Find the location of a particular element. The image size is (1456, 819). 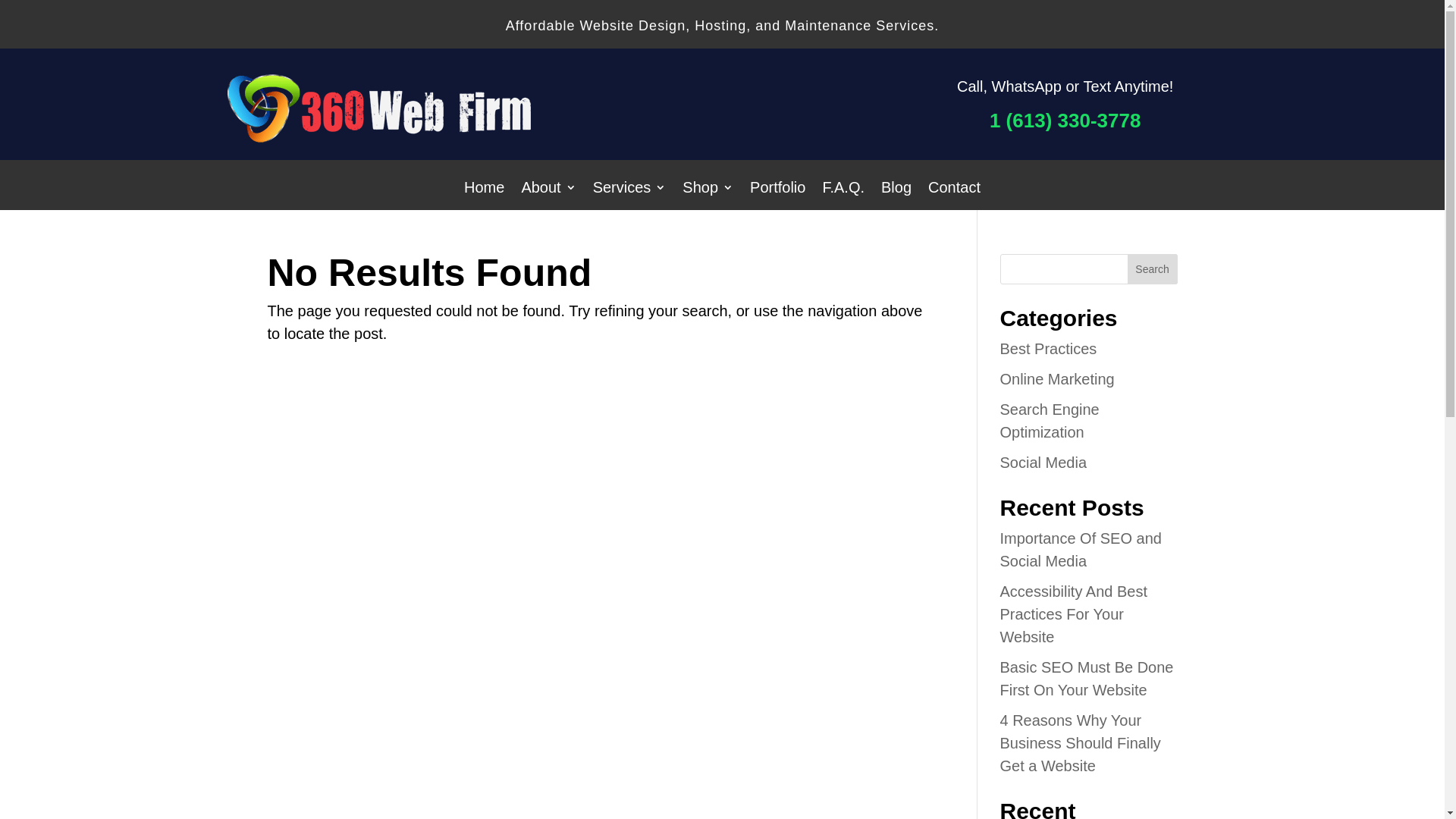

'Importance Of SEO and Social Media' is located at coordinates (1079, 550).